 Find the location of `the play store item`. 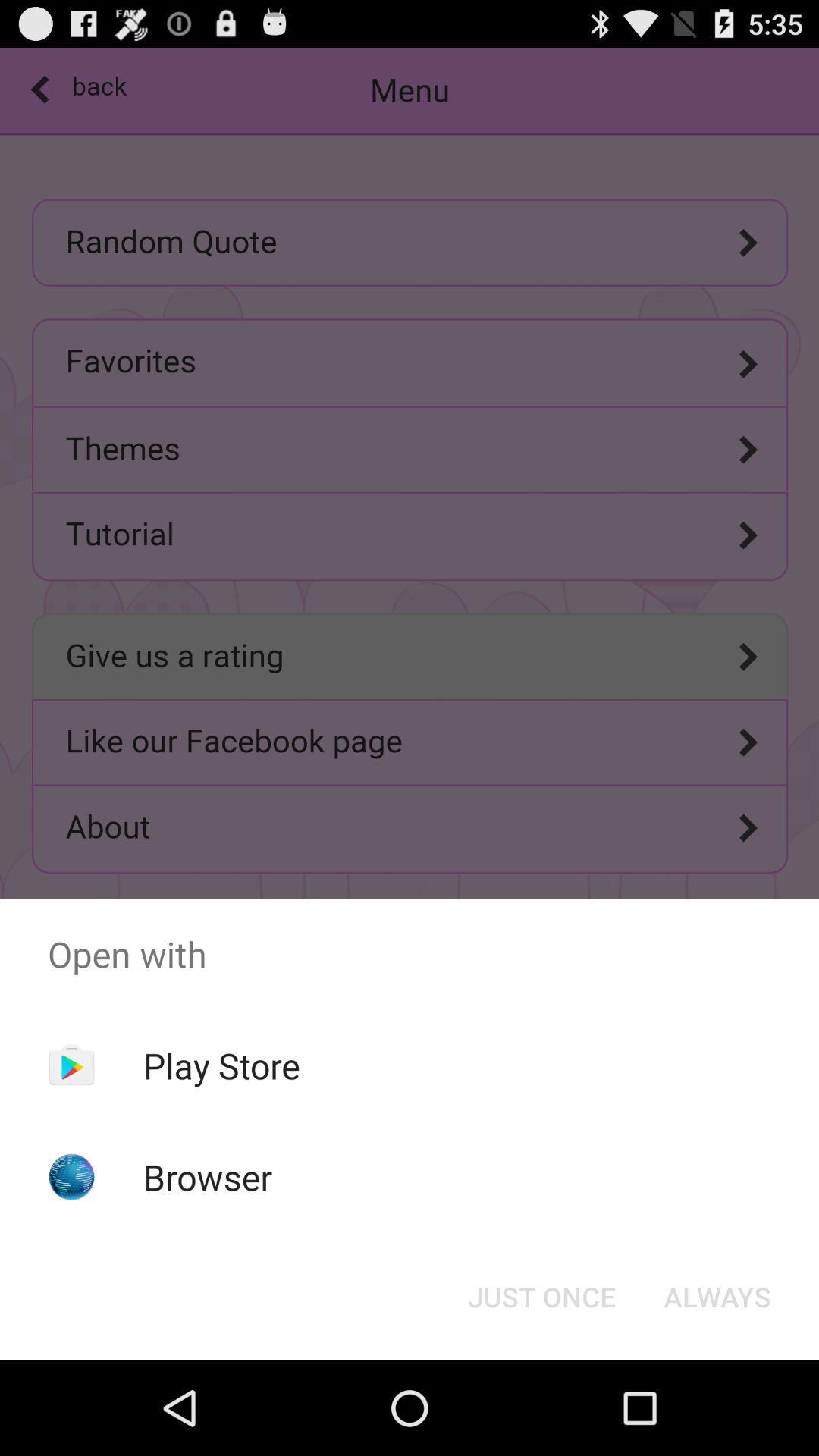

the play store item is located at coordinates (221, 1065).